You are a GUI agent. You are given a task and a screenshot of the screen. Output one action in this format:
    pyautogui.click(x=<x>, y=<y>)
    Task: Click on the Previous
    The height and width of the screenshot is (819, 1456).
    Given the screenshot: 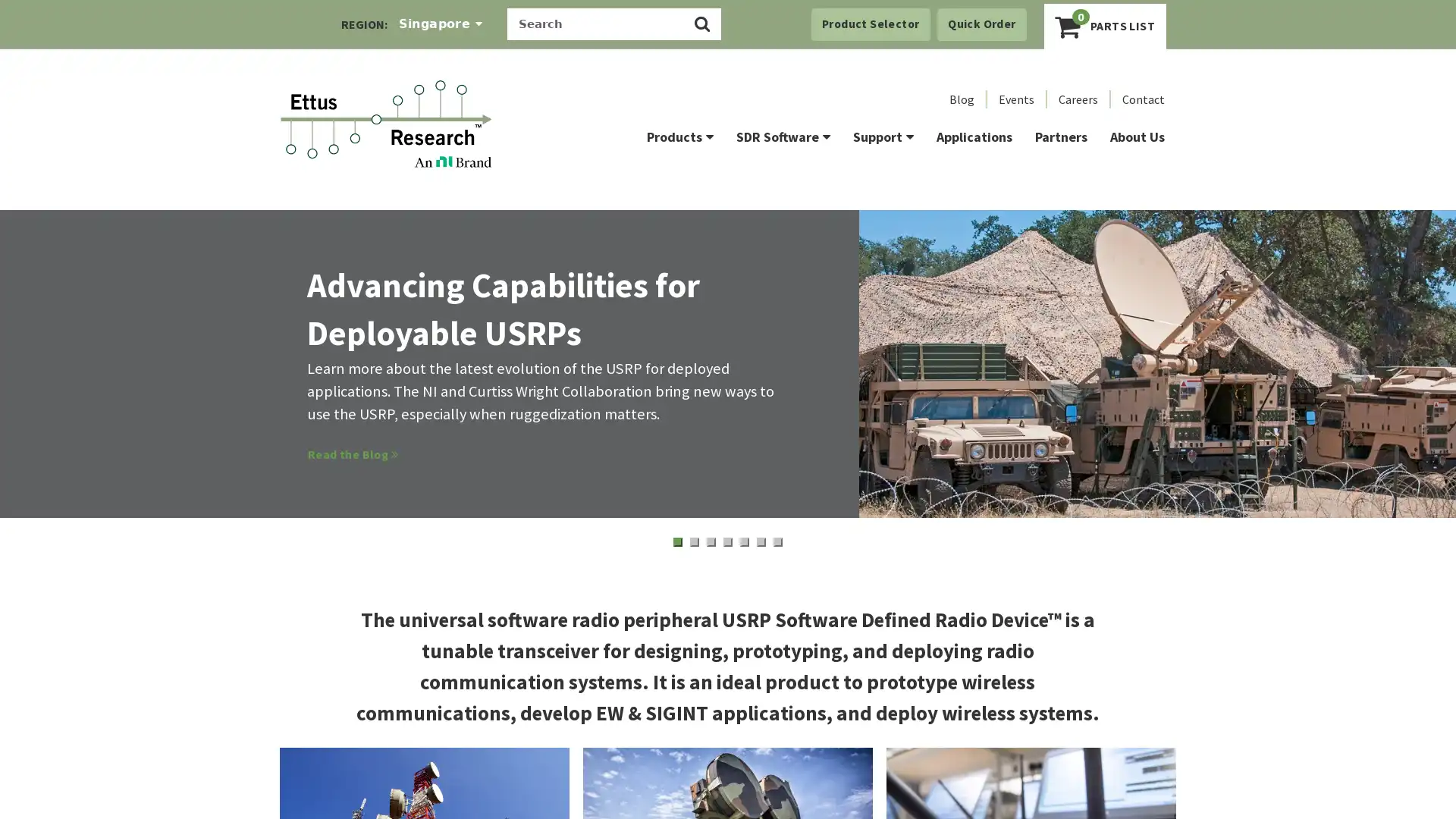 What is the action you would take?
    pyautogui.click(x=45, y=386)
    